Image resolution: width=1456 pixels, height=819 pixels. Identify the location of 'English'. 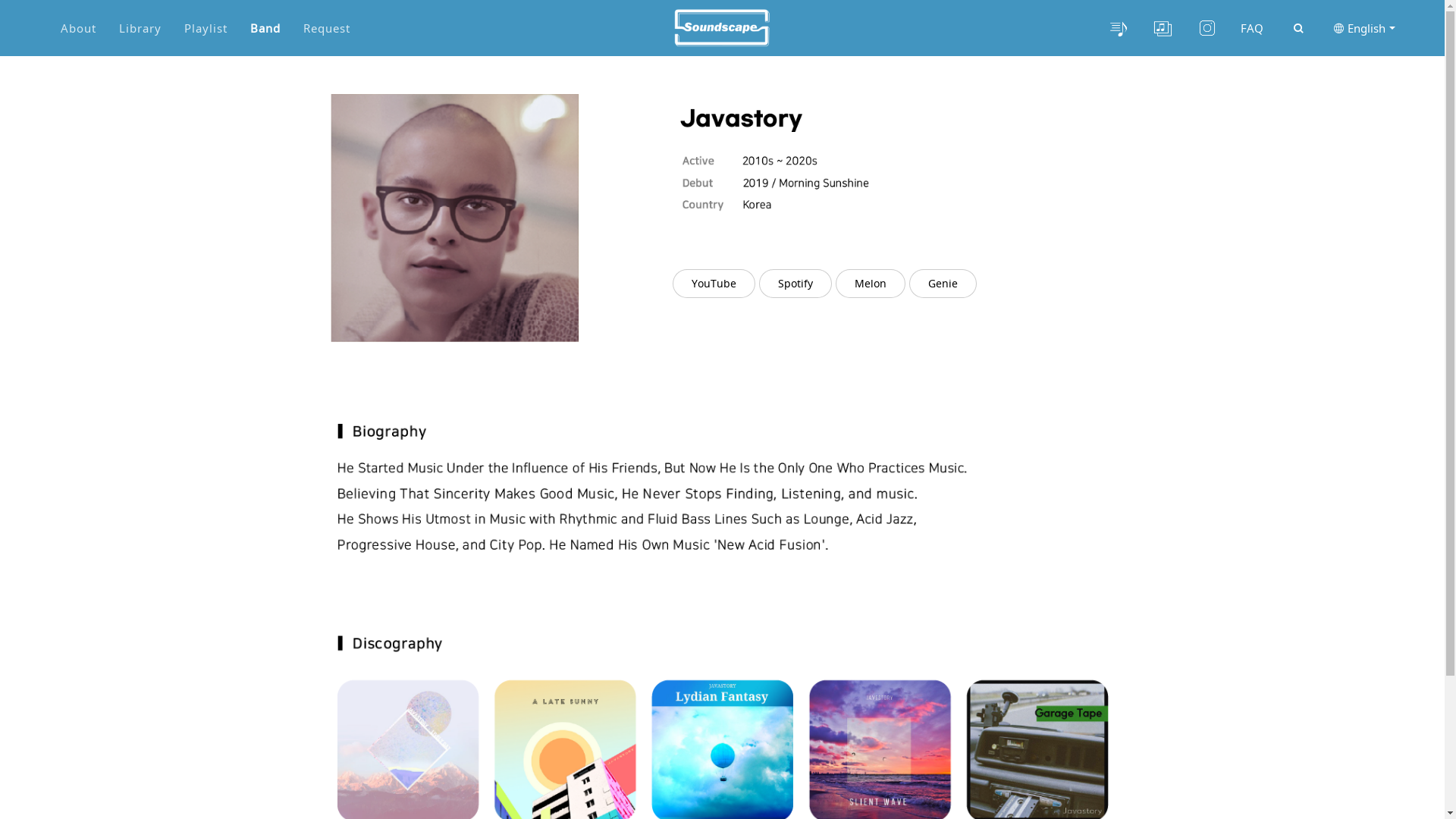
(1332, 28).